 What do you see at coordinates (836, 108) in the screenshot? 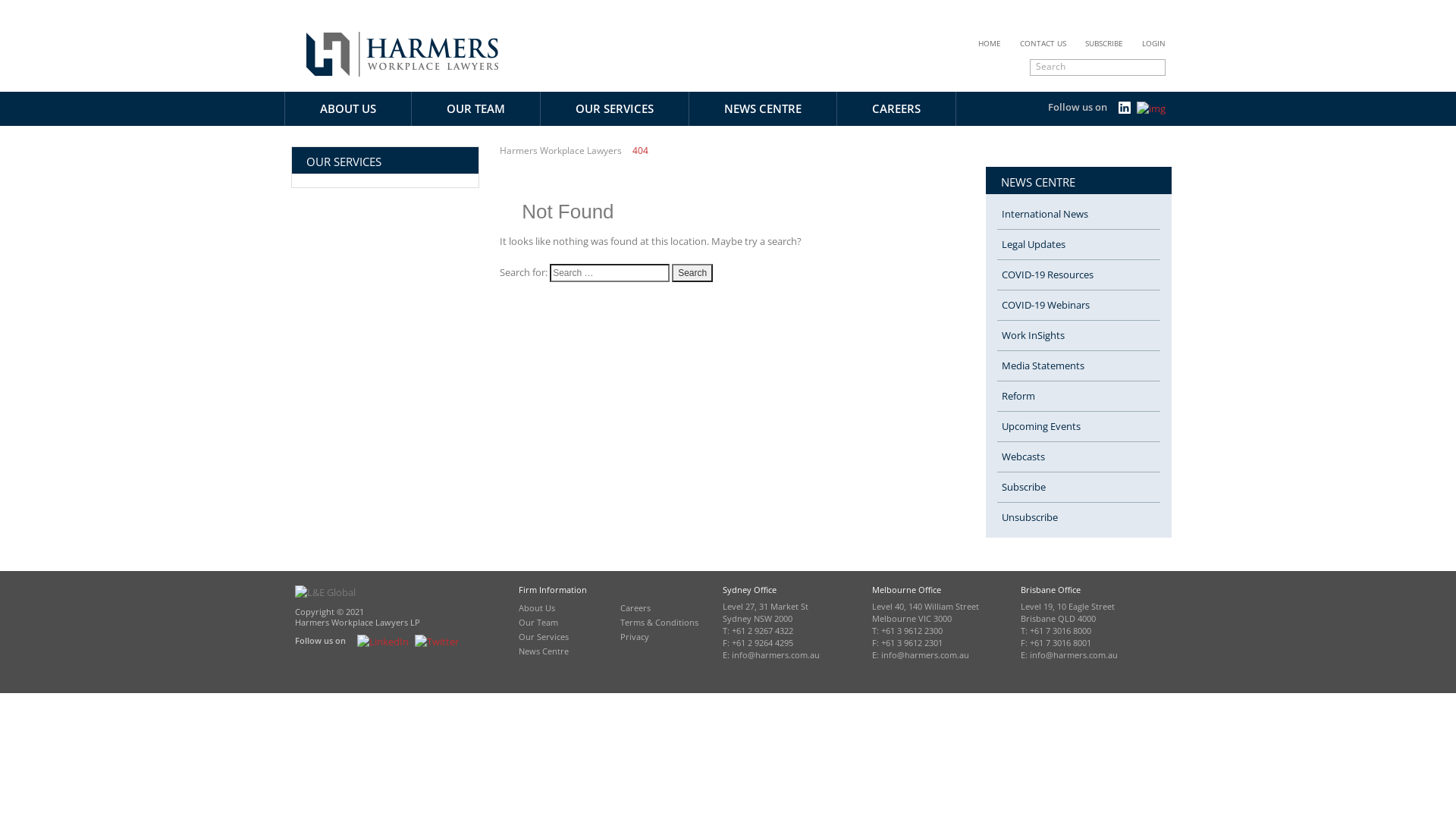
I see `'CAREERS'` at bounding box center [836, 108].